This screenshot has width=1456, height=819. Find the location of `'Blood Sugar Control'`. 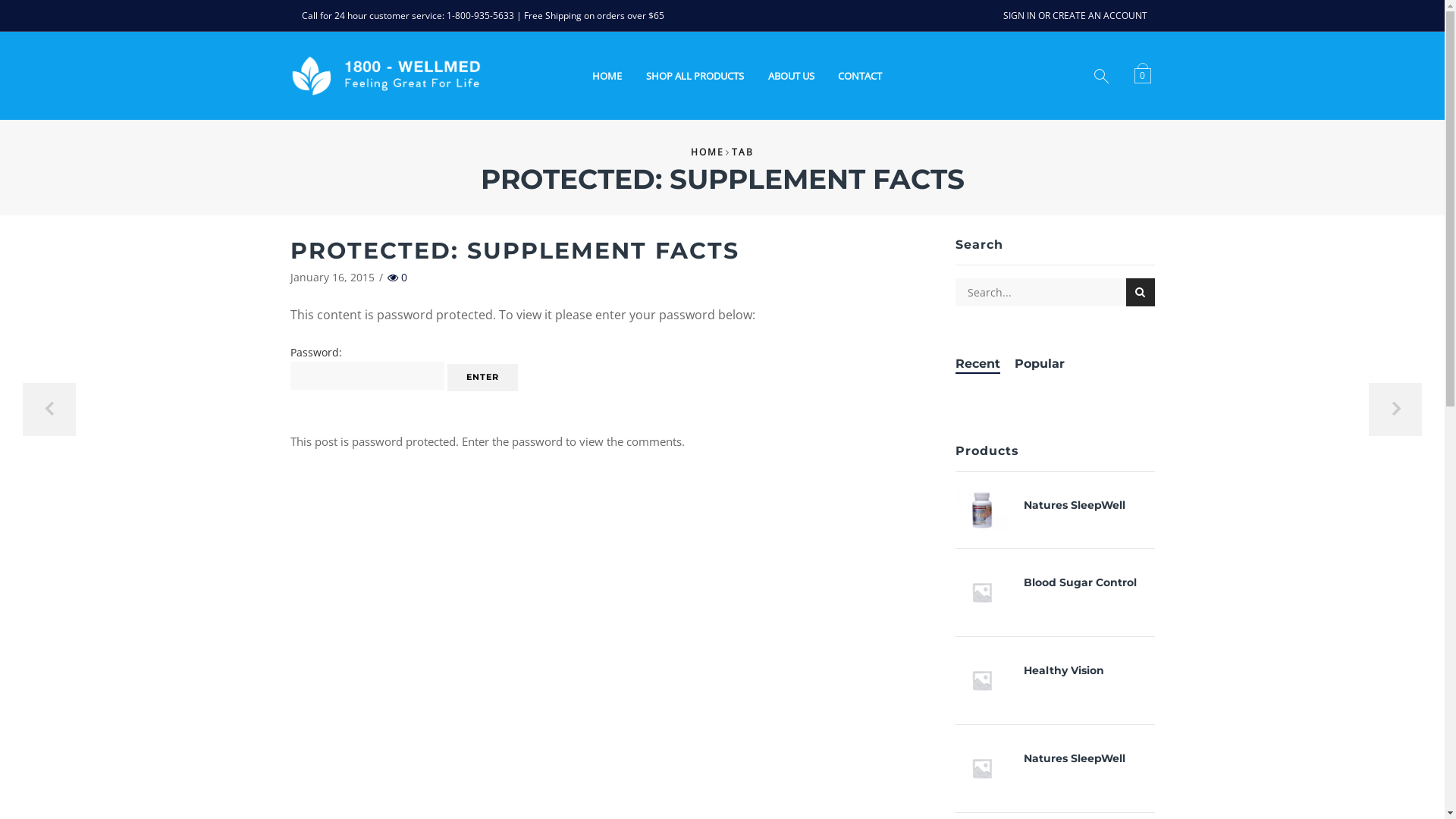

'Blood Sugar Control' is located at coordinates (990, 591).